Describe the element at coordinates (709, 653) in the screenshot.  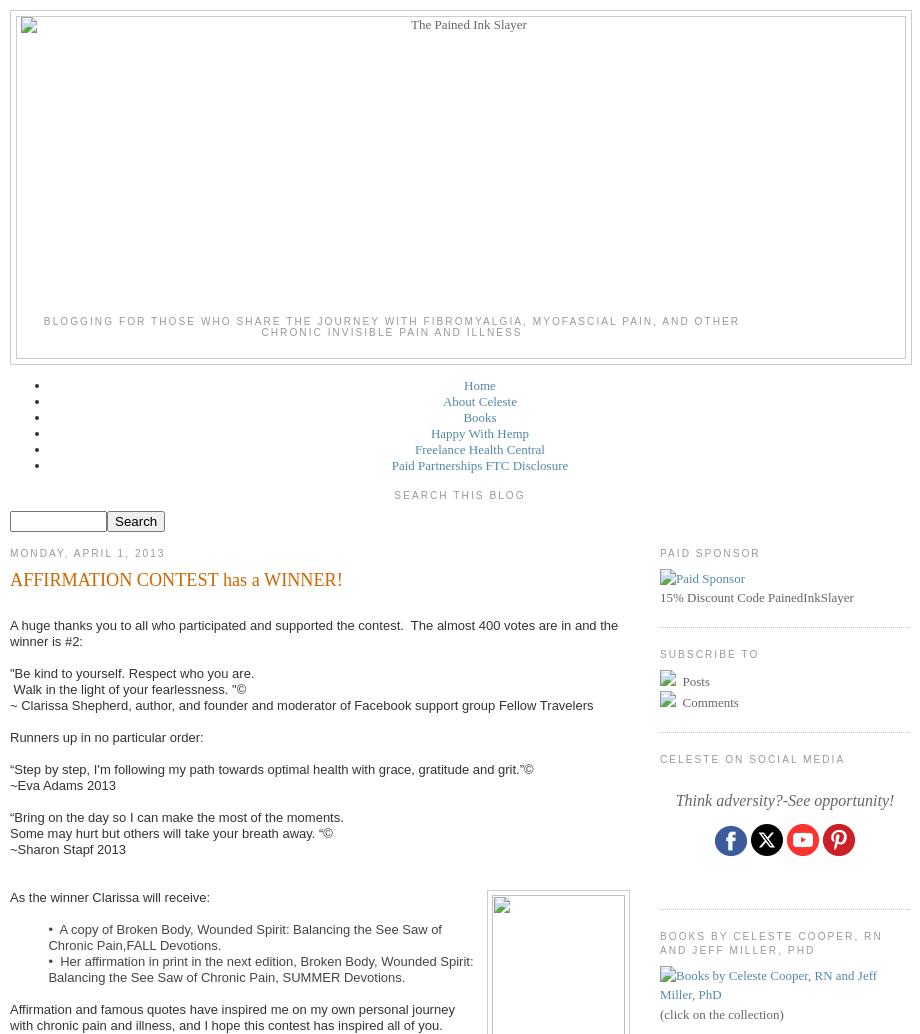
I see `'Subscribe To'` at that location.